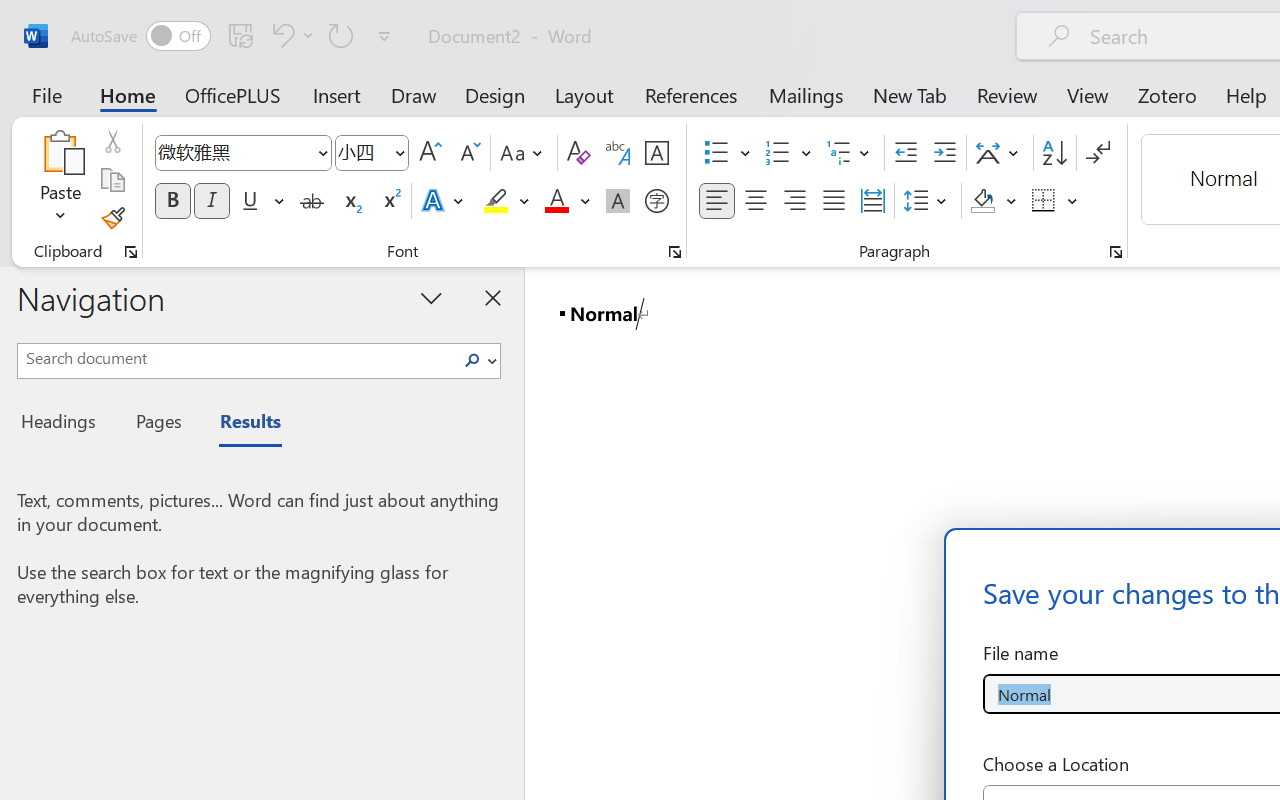 Image resolution: width=1280 pixels, height=800 pixels. What do you see at coordinates (656, 201) in the screenshot?
I see `'Enclose Characters...'` at bounding box center [656, 201].